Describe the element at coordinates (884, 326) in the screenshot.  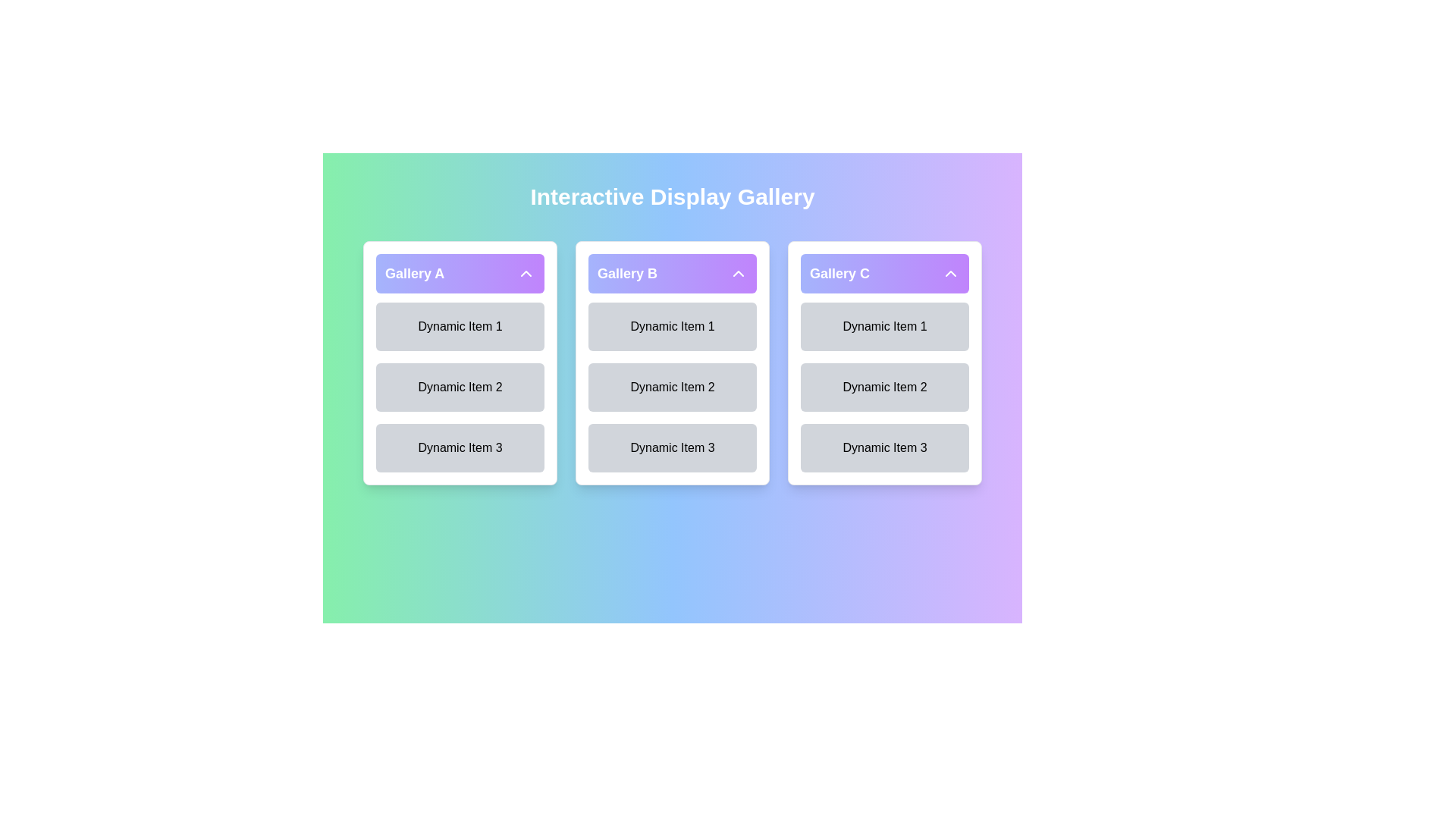
I see `the static text display labeled 'Dynamic Item 1', which is the topmost item in a vertical list under the heading 'Gallery C'` at that location.